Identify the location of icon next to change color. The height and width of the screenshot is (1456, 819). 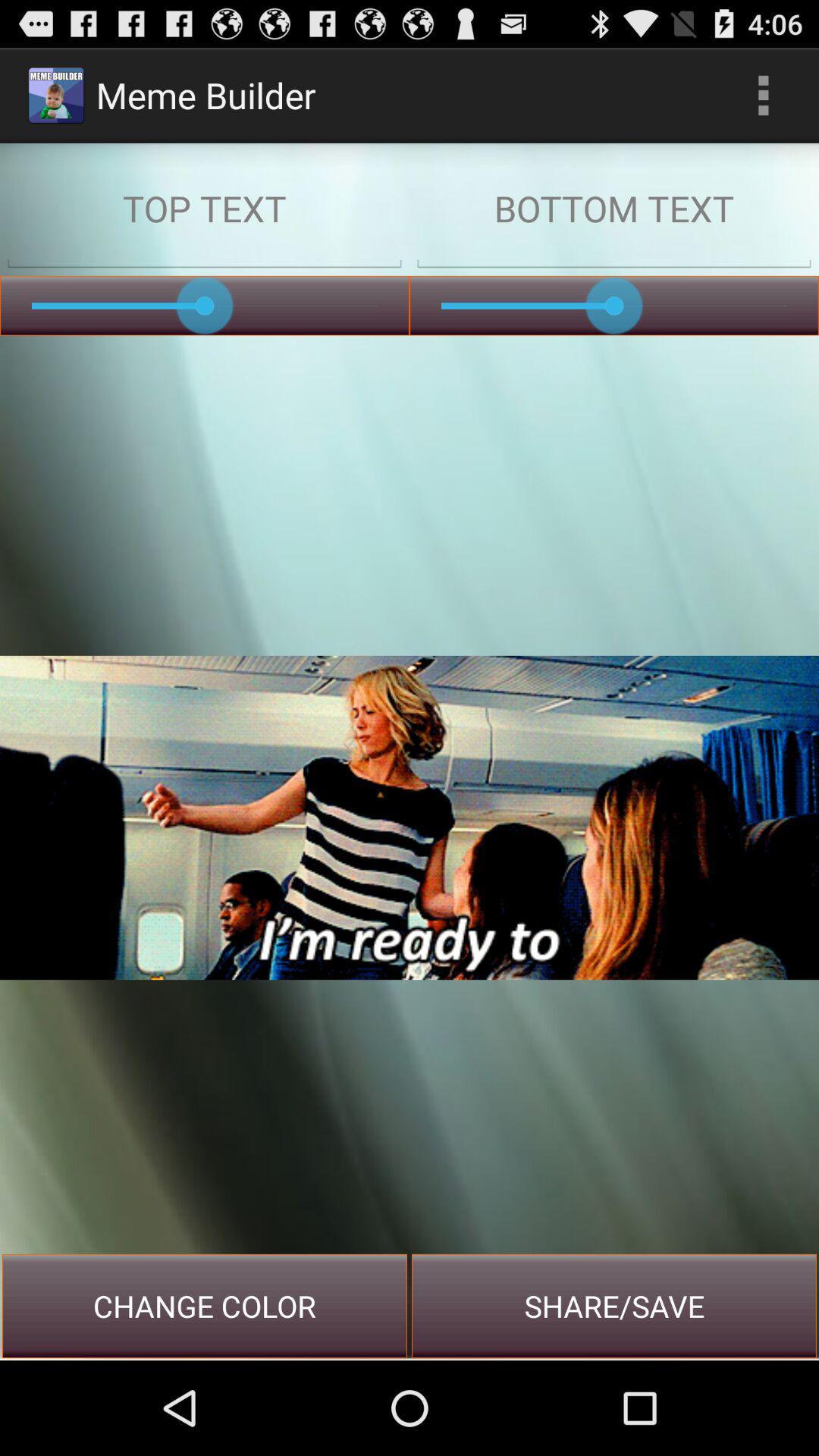
(614, 1305).